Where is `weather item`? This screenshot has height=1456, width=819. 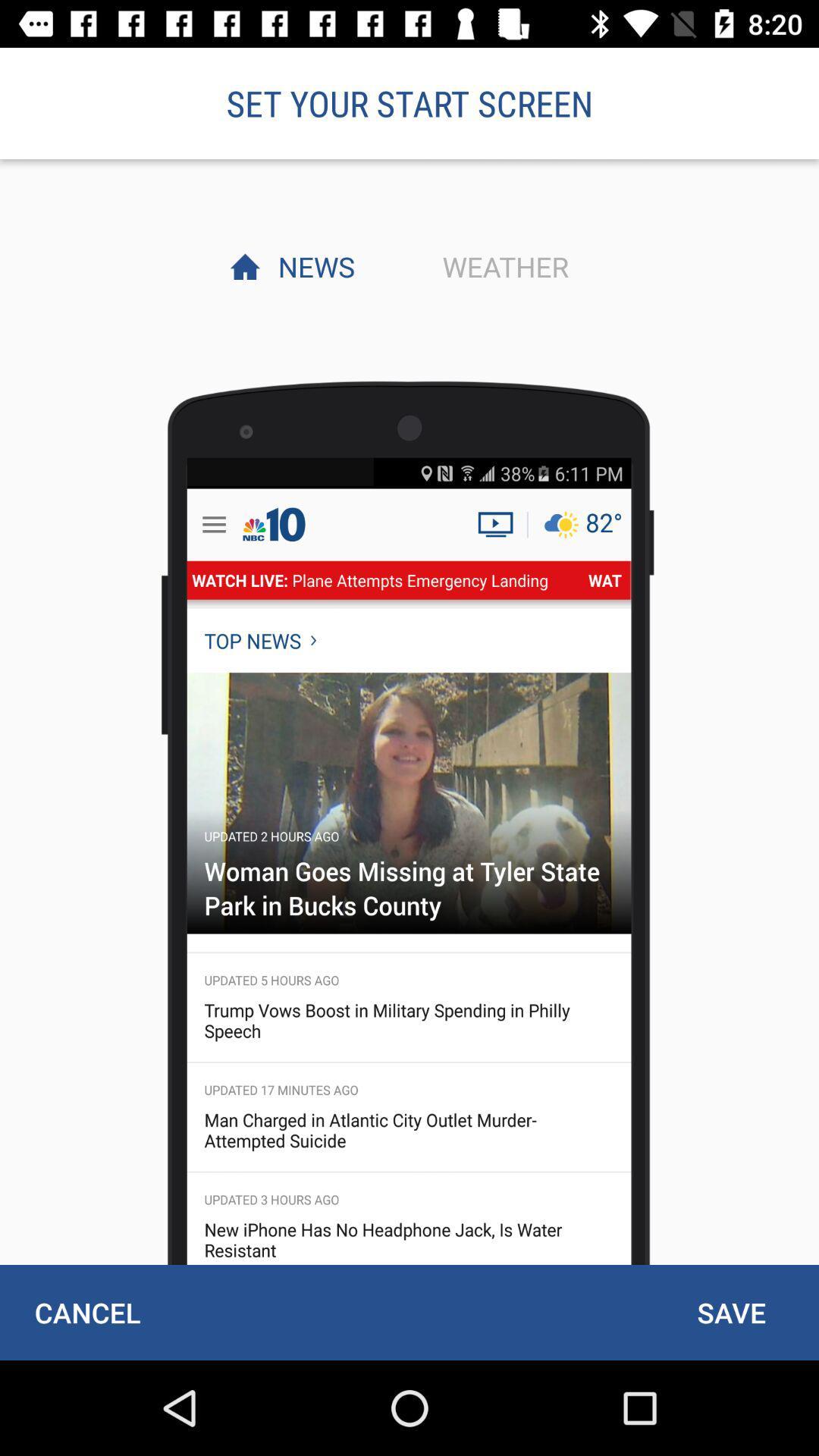
weather item is located at coordinates (501, 266).